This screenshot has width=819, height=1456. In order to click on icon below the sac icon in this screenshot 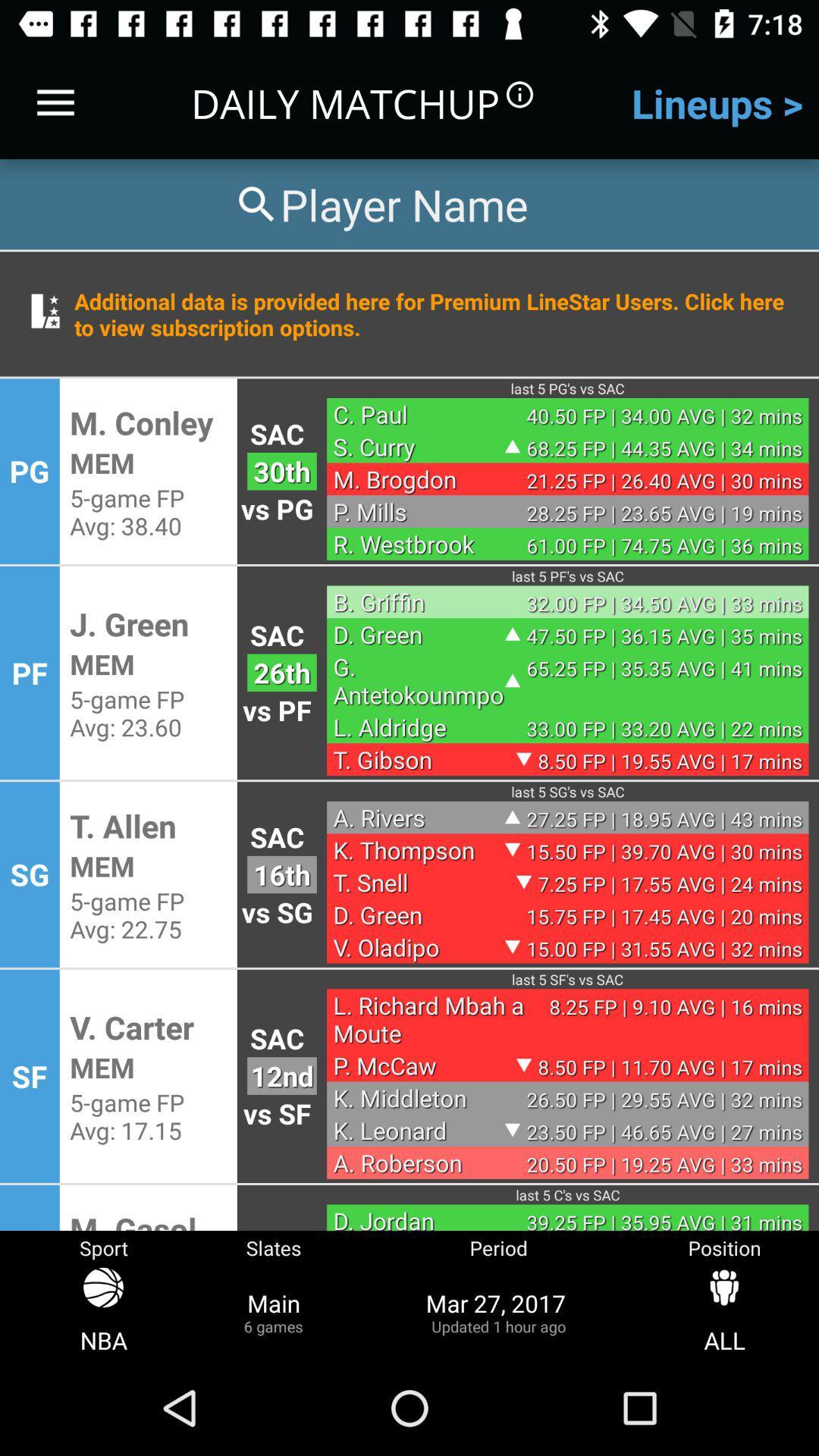, I will do `click(281, 672)`.